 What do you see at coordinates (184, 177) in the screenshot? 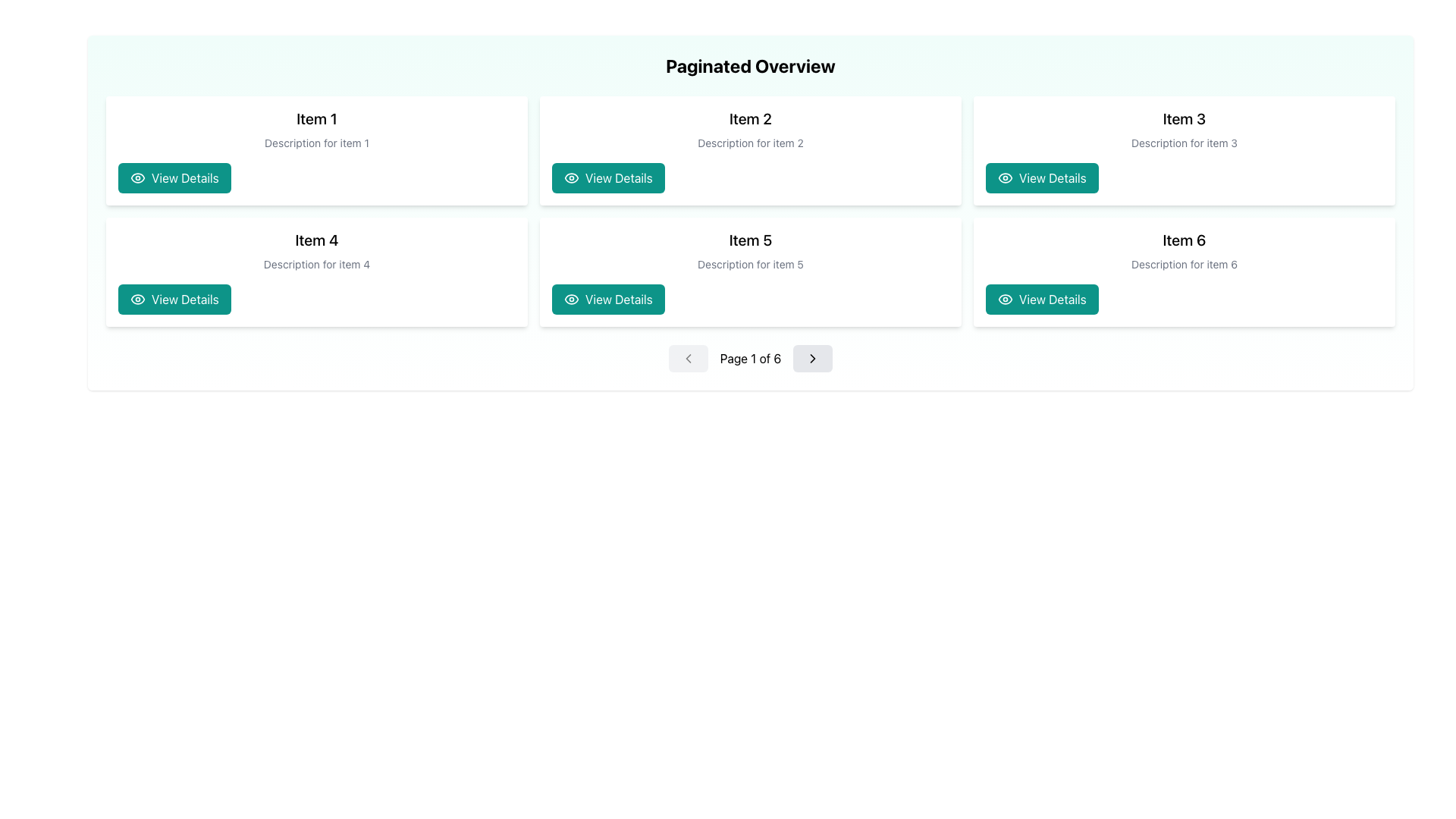
I see `the 'View Details' text label within the first button under 'Item 1'` at bounding box center [184, 177].